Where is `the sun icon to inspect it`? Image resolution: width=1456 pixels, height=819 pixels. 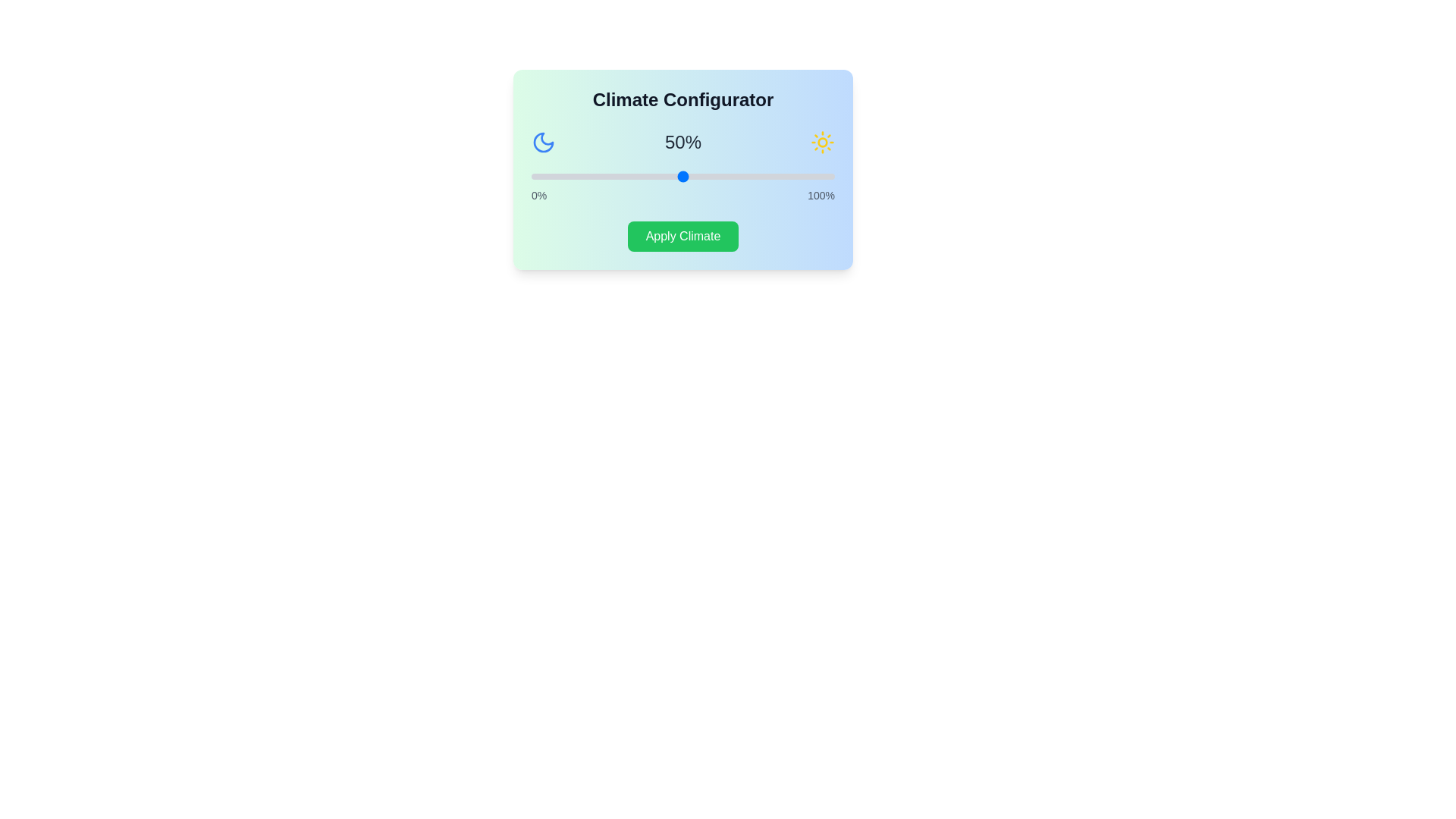
the sun icon to inspect it is located at coordinates (821, 143).